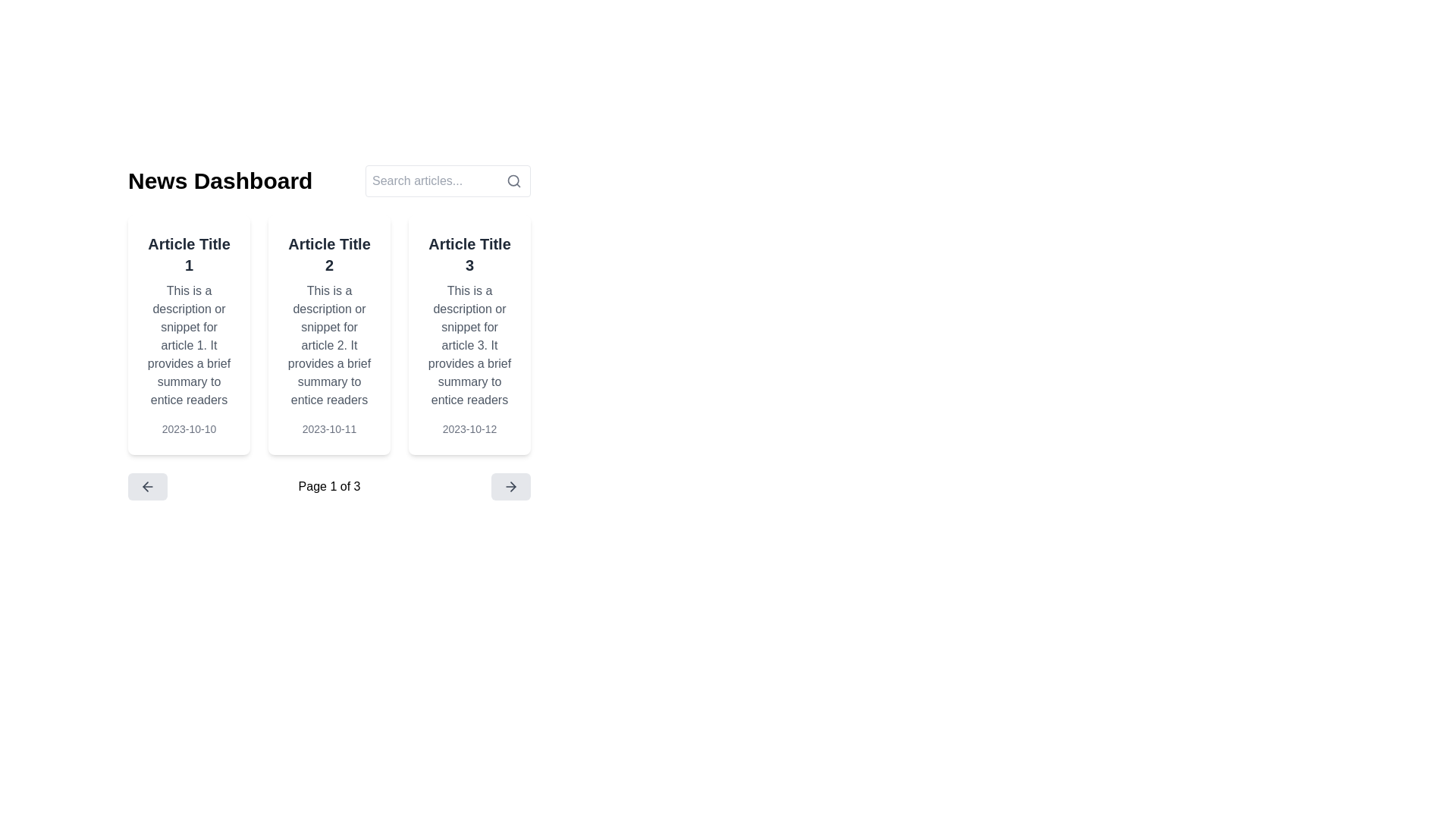 The image size is (1456, 819). Describe the element at coordinates (328, 429) in the screenshot. I see `date displayed in the text label located at the bottom of the second article card, beneath the descriptive snippet of 'Article Title 2'` at that location.